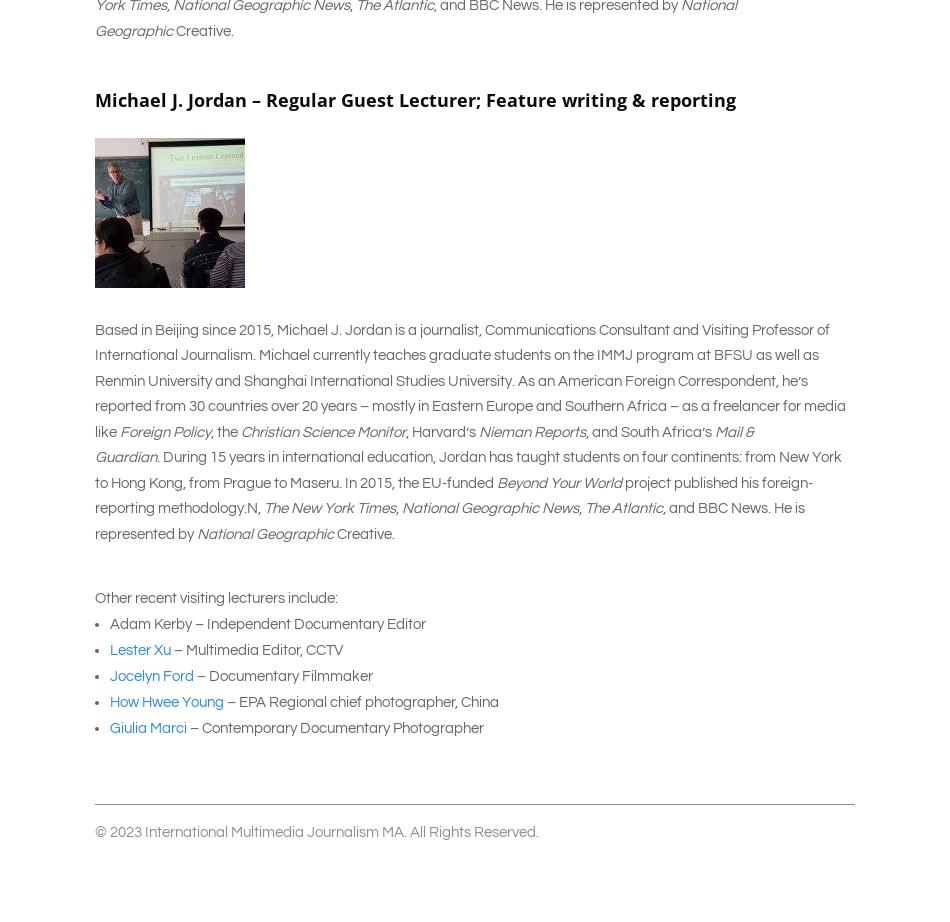 Image resolution: width=950 pixels, height=922 pixels. What do you see at coordinates (226, 430) in the screenshot?
I see `', the'` at bounding box center [226, 430].